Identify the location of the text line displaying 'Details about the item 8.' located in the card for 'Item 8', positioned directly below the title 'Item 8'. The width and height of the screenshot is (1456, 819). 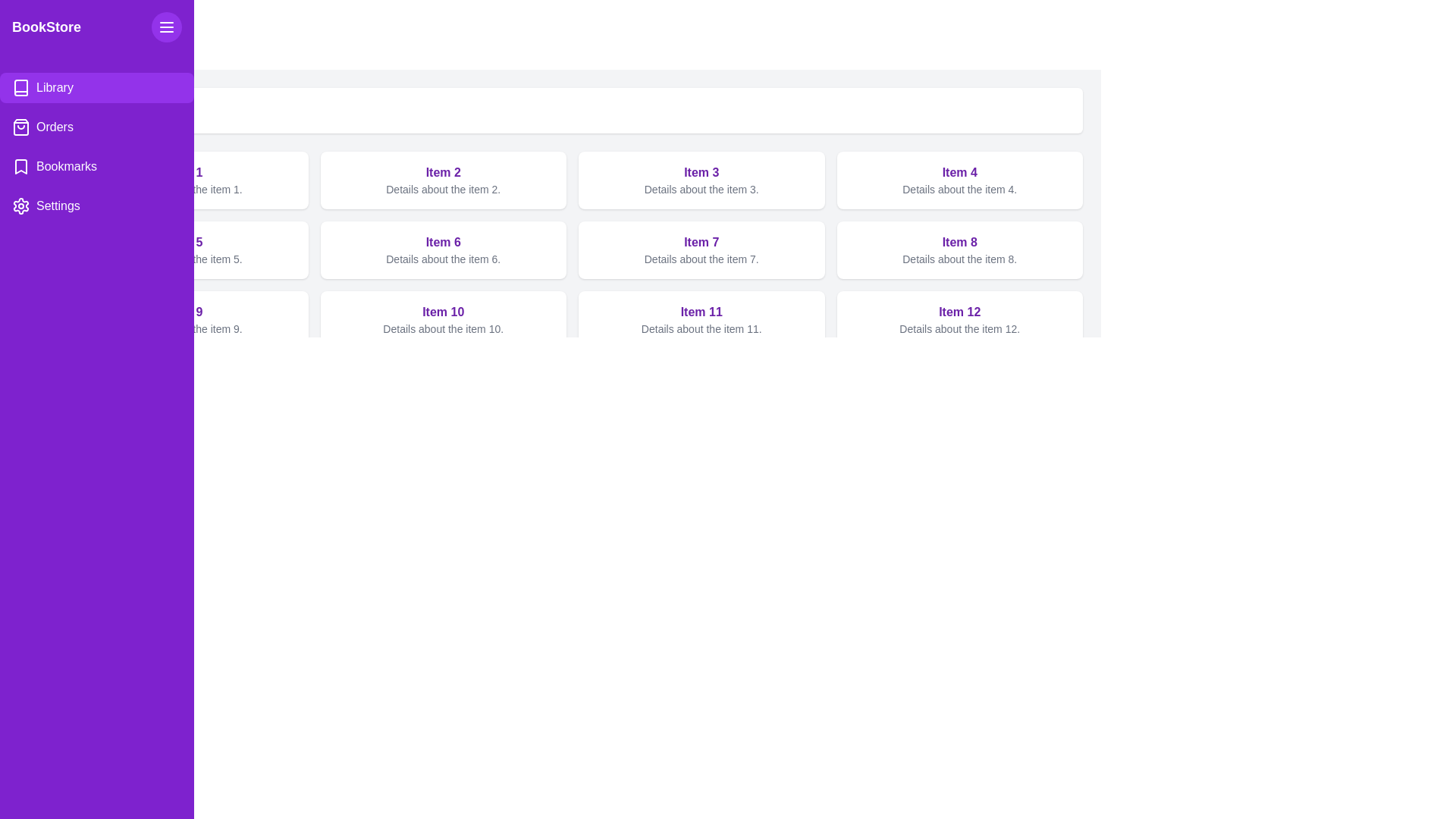
(959, 259).